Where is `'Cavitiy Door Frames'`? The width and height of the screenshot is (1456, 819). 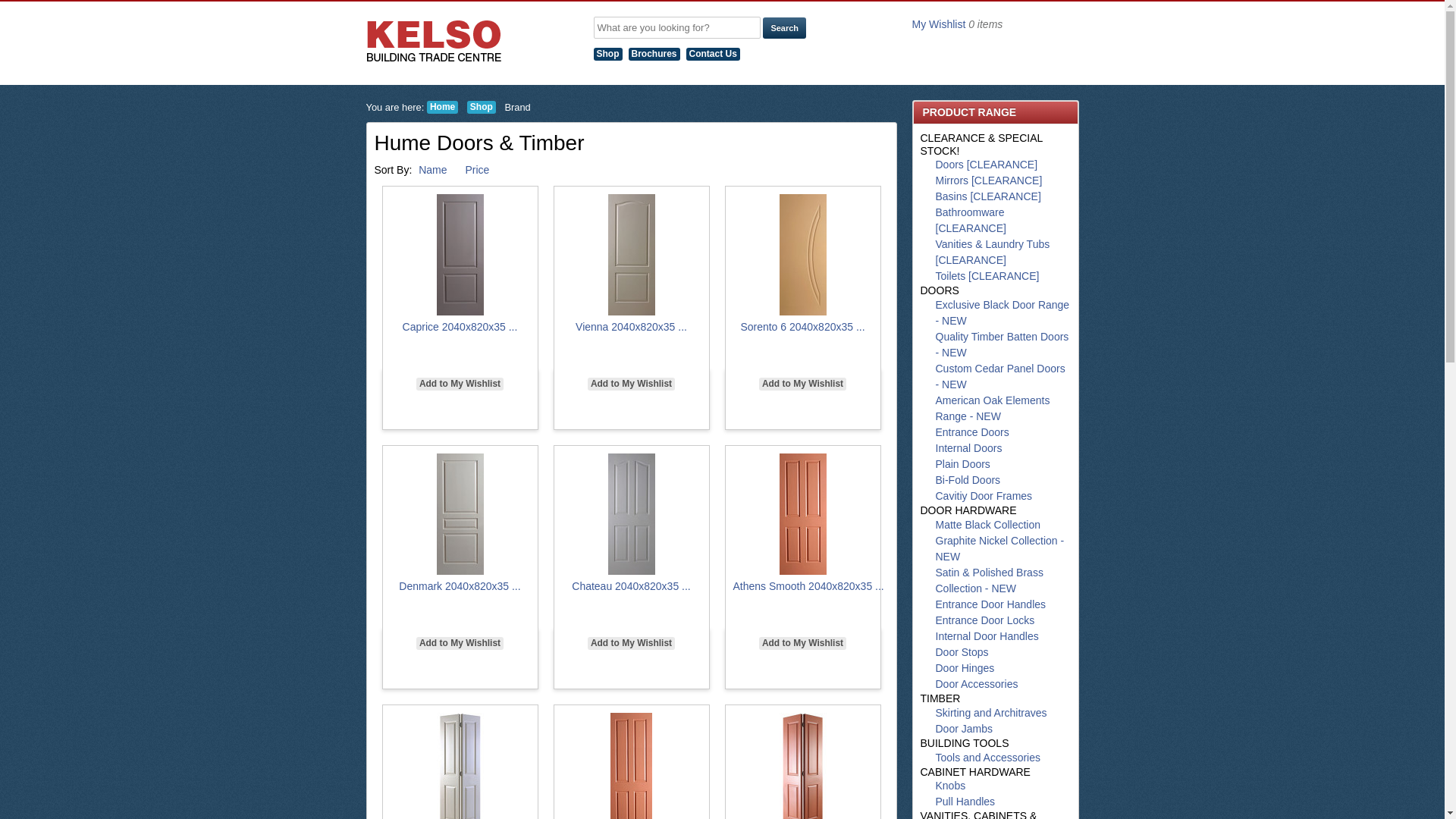
'Cavitiy Door Frames' is located at coordinates (984, 496).